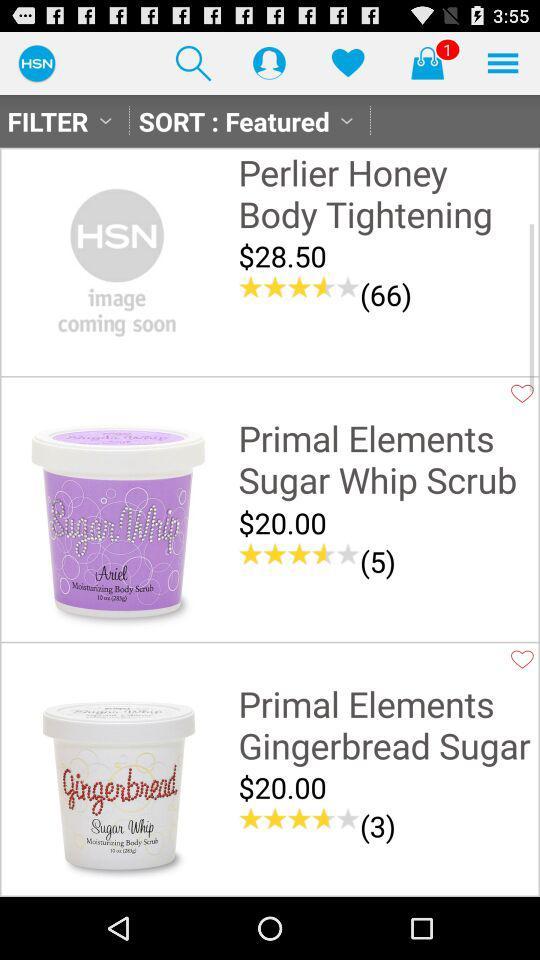  What do you see at coordinates (522, 658) in the screenshot?
I see `press like` at bounding box center [522, 658].